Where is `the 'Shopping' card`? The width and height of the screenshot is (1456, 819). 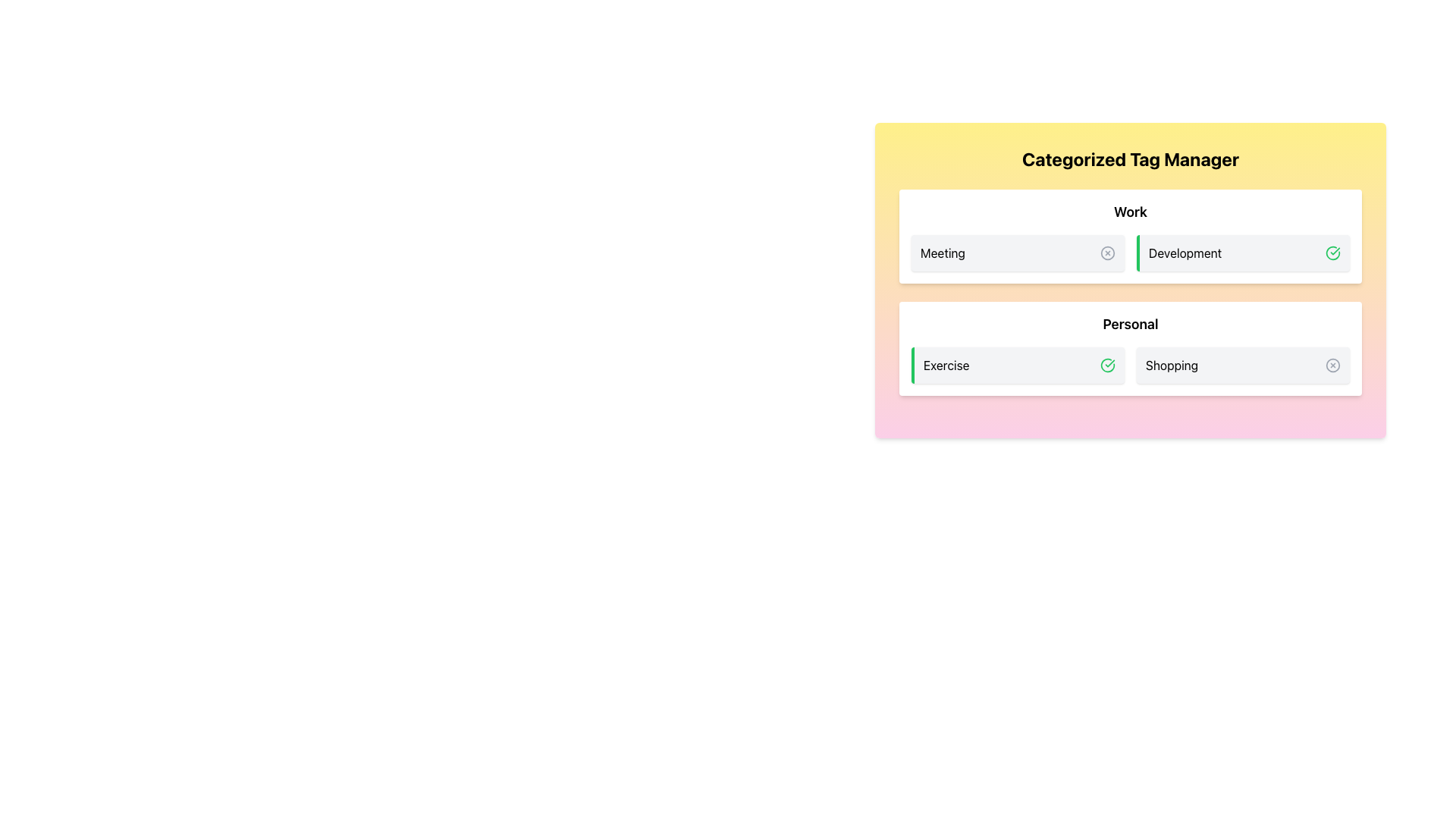 the 'Shopping' card is located at coordinates (1131, 348).